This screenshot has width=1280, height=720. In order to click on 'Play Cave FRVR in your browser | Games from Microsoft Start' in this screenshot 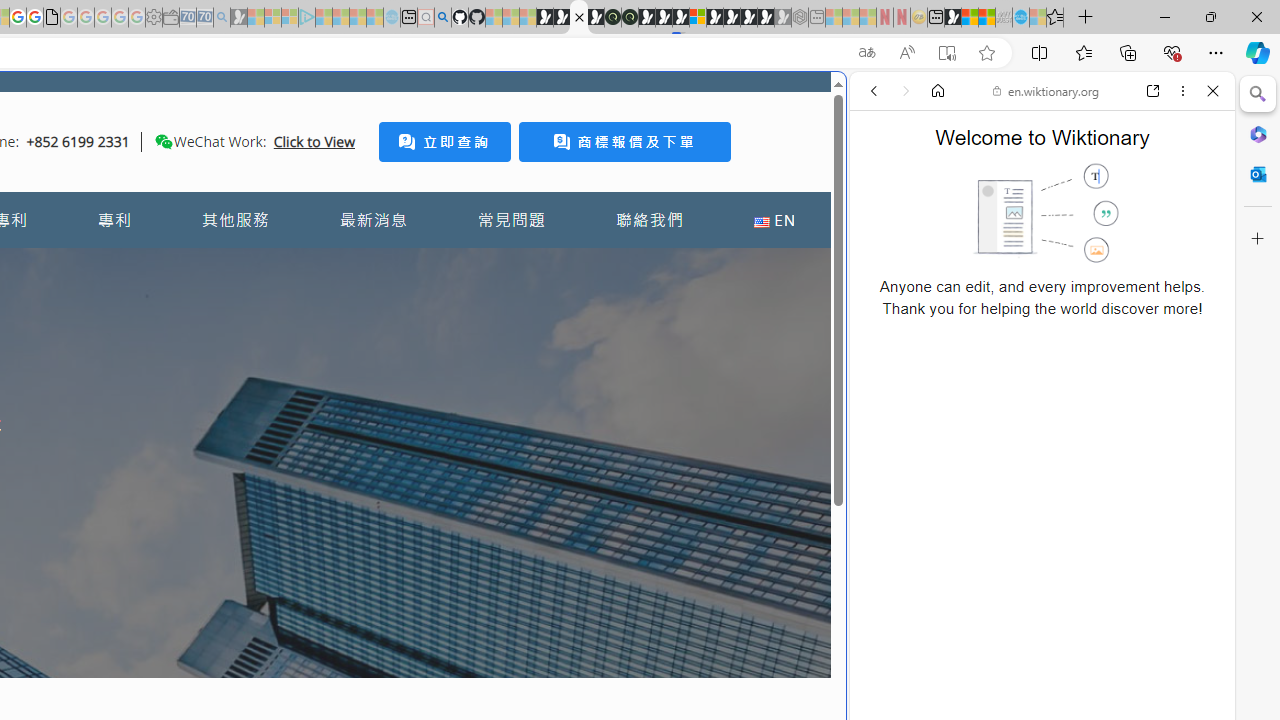, I will do `click(663, 17)`.